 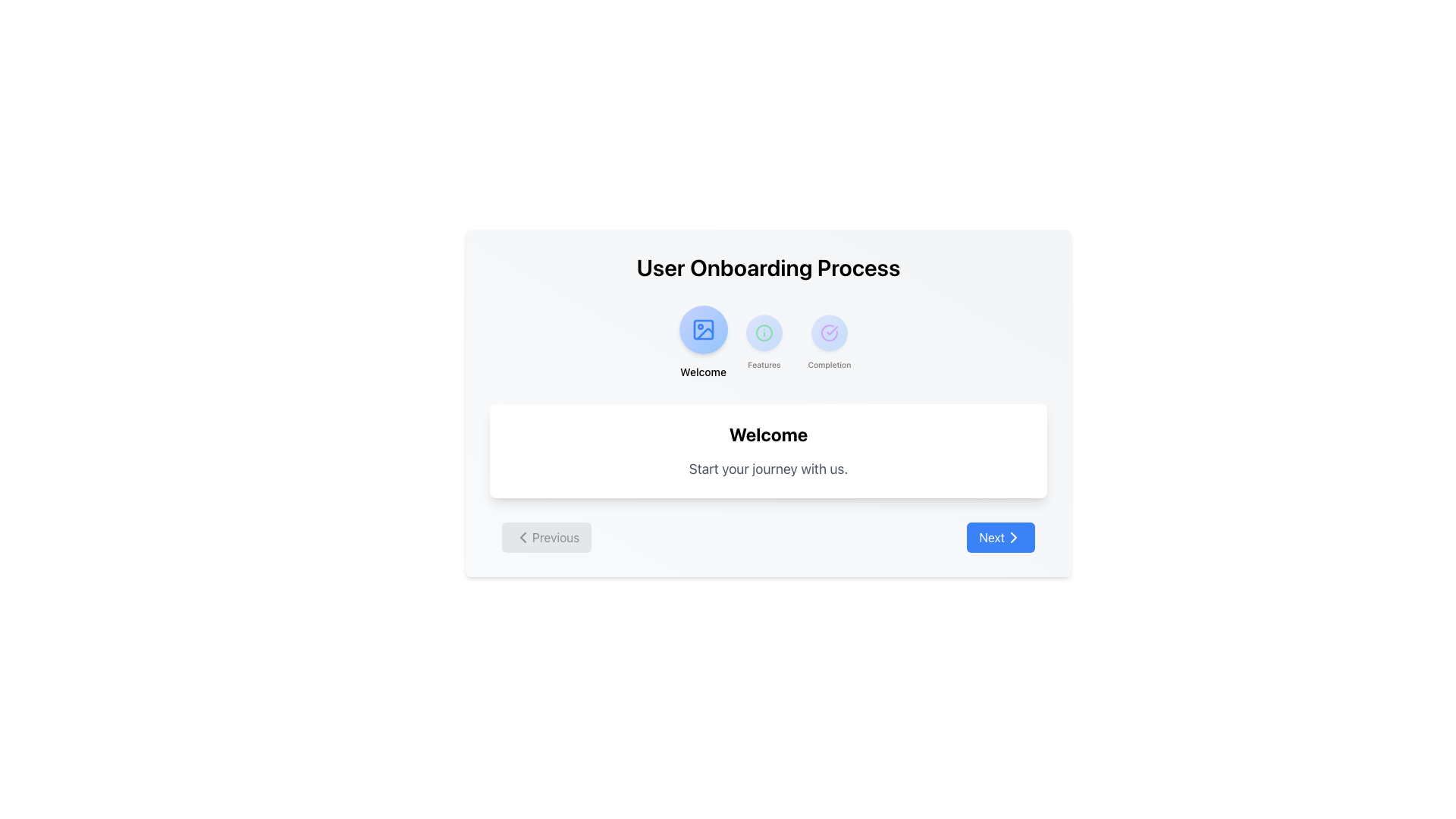 I want to click on the bold, large-sized text element reading 'Welcome' that is centrally located within a white, rounded-corner card with a subtle shadow, so click(x=768, y=435).